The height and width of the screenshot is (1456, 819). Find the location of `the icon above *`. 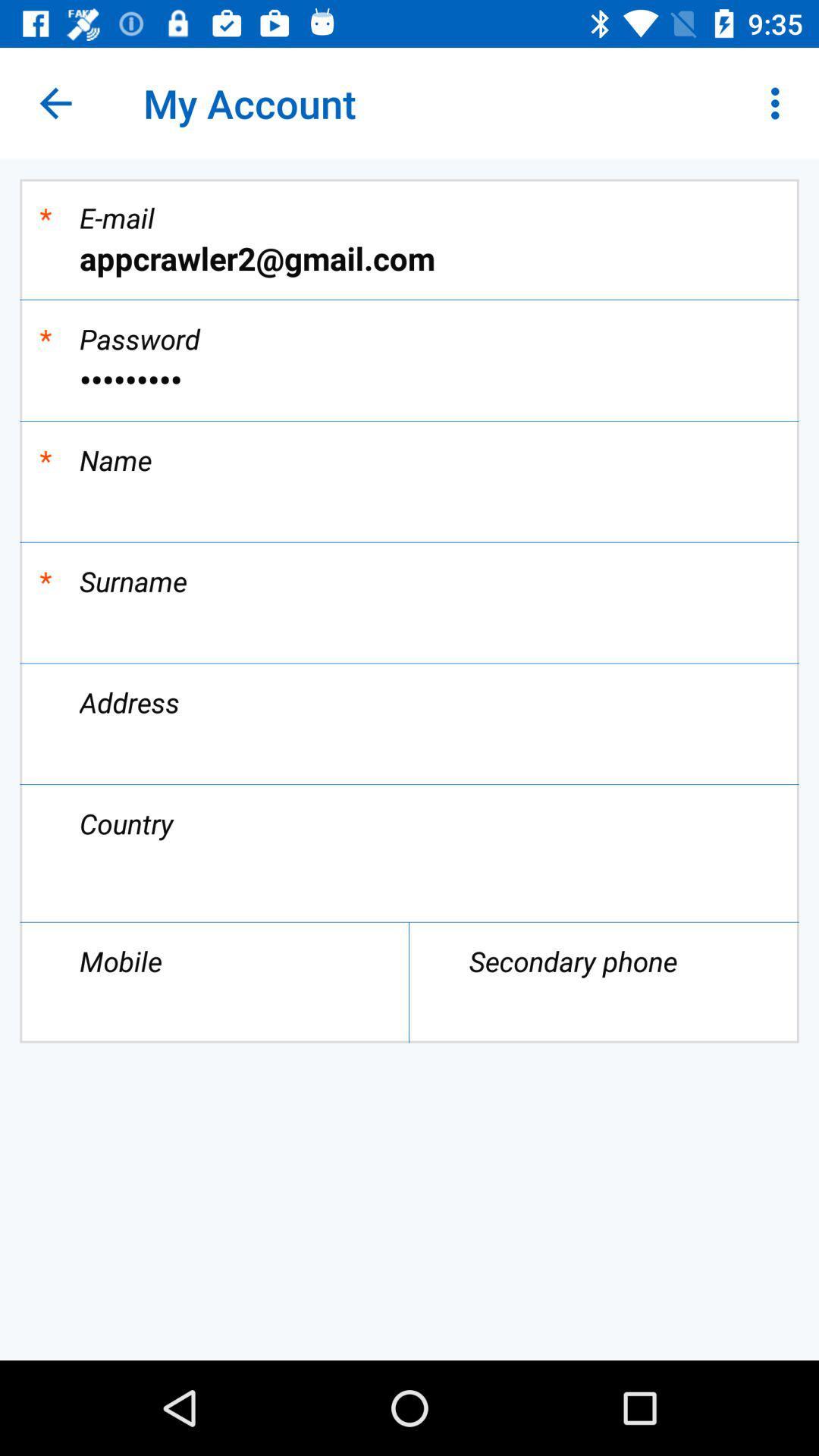

the icon above * is located at coordinates (55, 102).